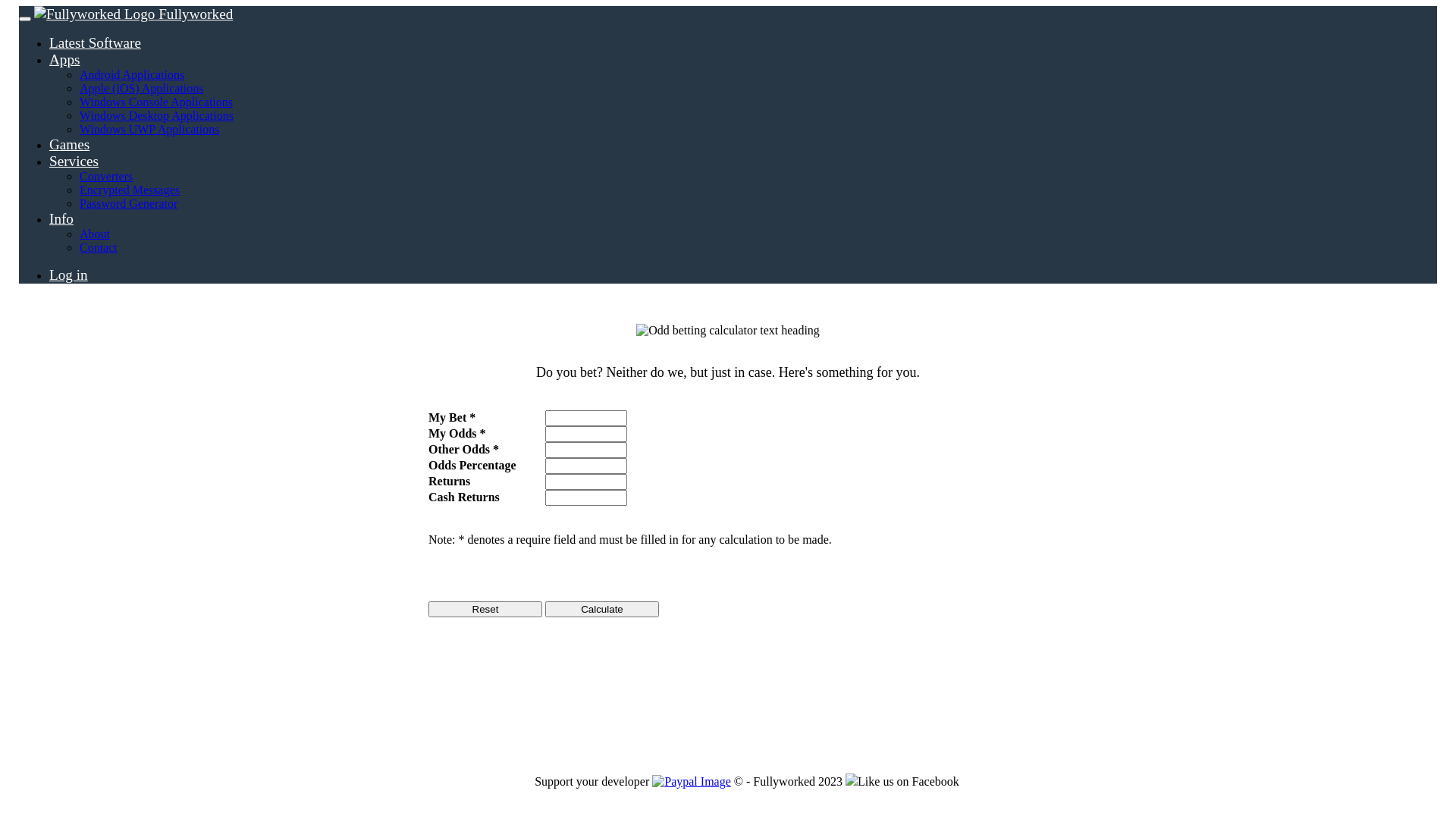 This screenshot has width=1456, height=819. What do you see at coordinates (61, 207) in the screenshot?
I see `'Info'` at bounding box center [61, 207].